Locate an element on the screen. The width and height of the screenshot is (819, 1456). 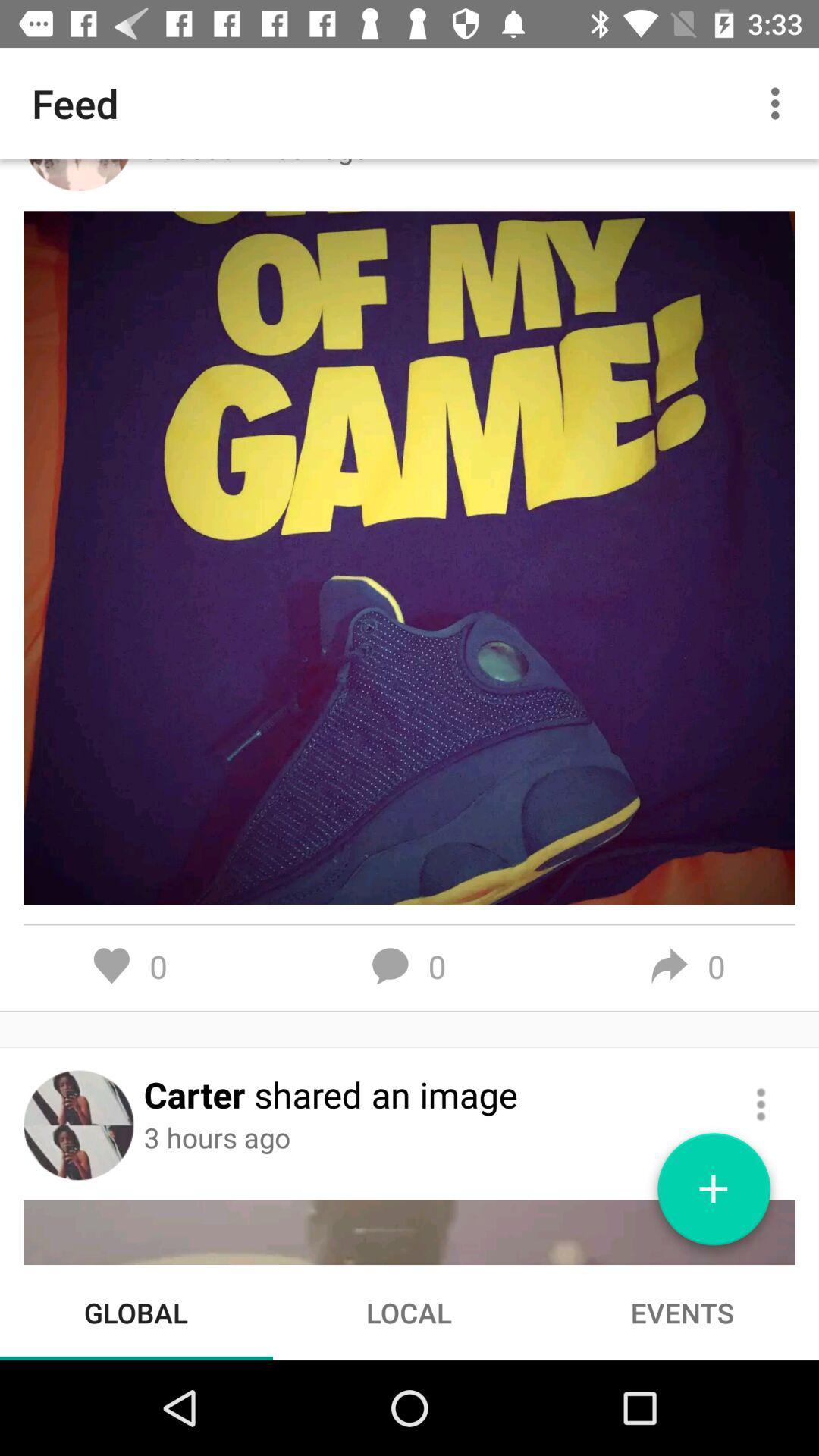
click the profile is located at coordinates (78, 1125).